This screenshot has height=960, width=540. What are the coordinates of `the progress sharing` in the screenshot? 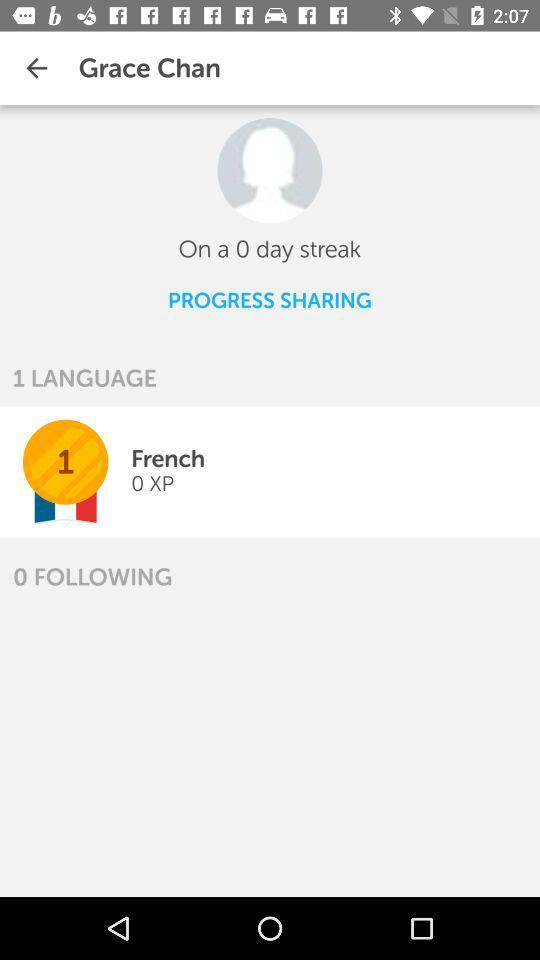 It's located at (269, 299).